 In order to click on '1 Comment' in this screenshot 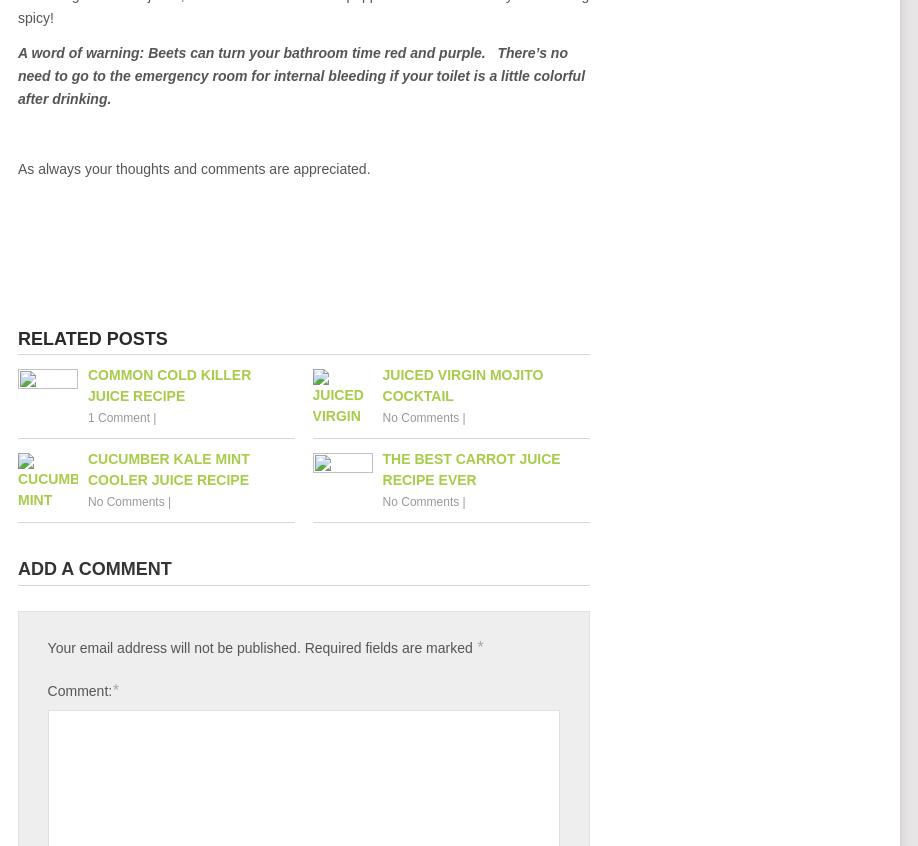, I will do `click(117, 416)`.